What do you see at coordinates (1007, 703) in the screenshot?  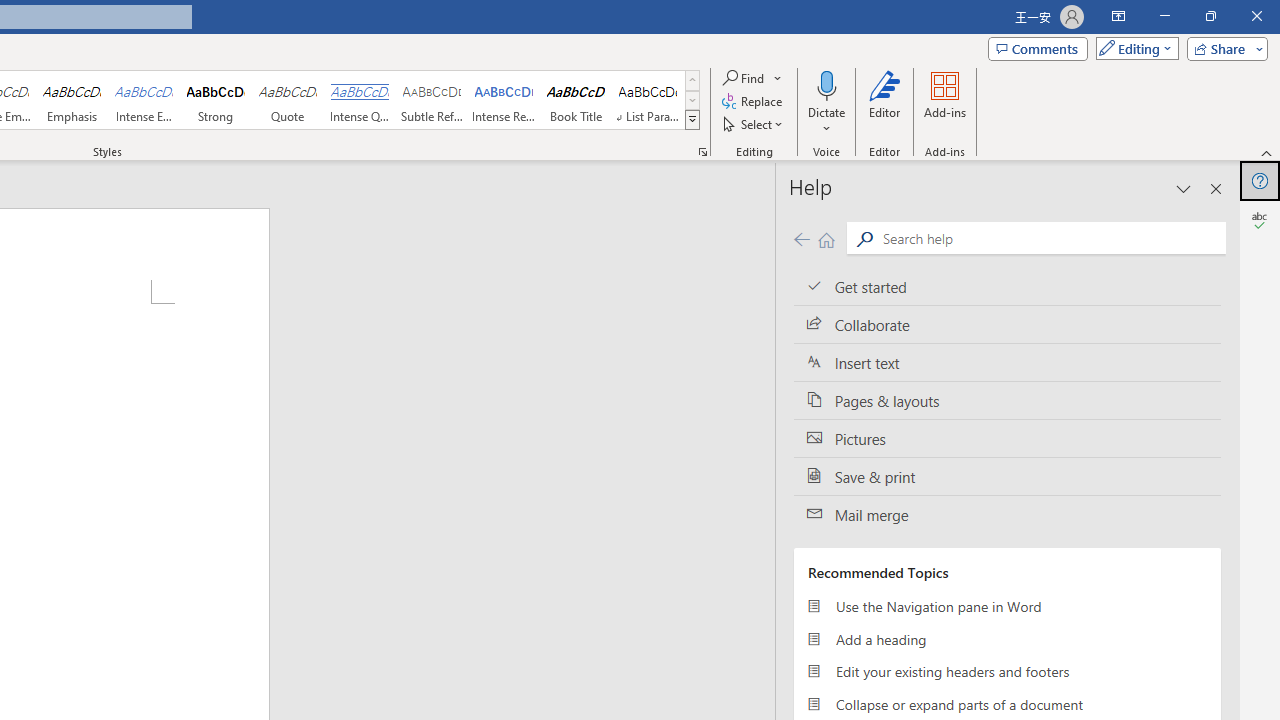 I see `'Collapse or expand parts of a document'` at bounding box center [1007, 703].